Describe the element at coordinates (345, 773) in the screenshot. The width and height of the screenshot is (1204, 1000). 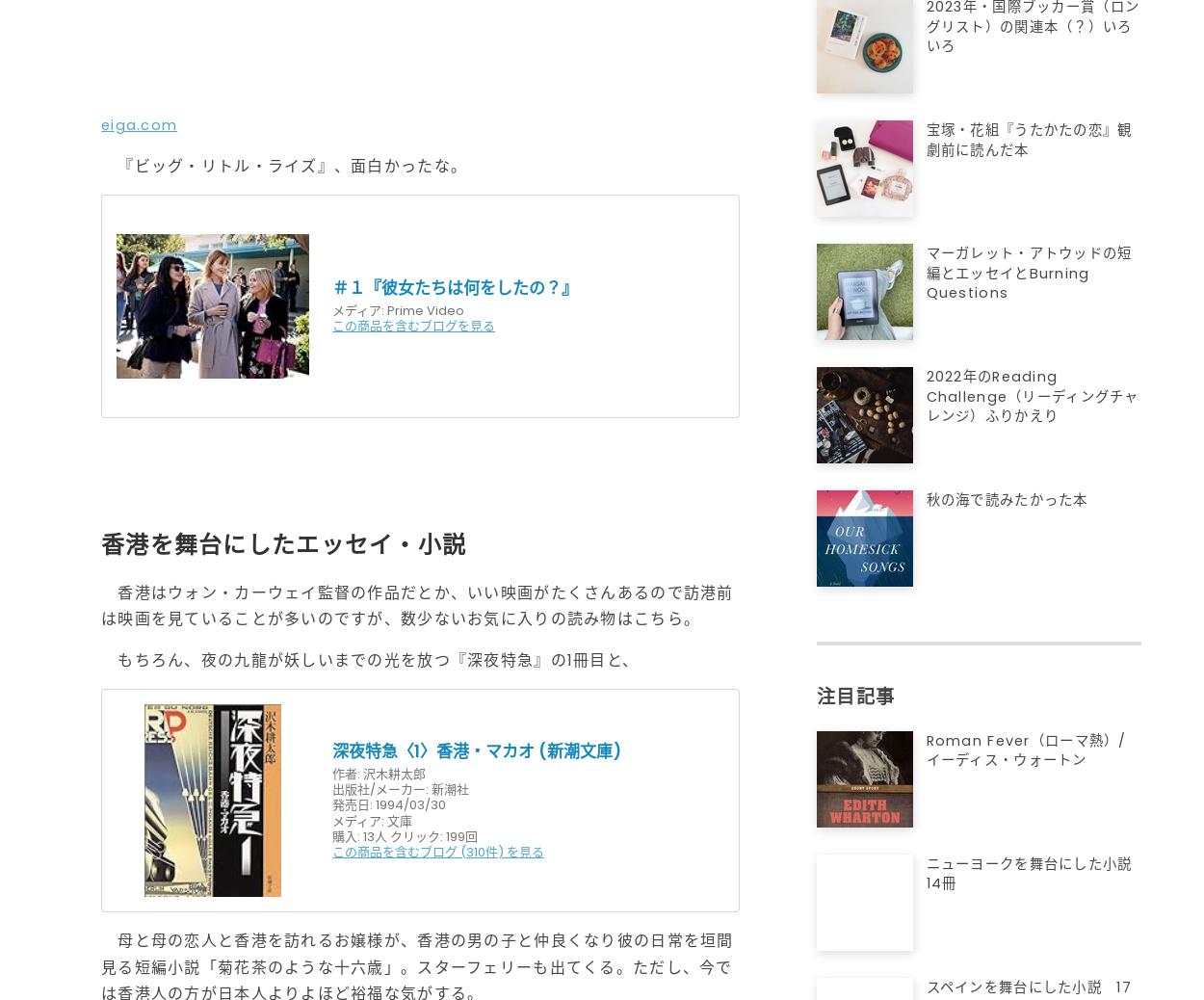
I see `'作者:'` at that location.